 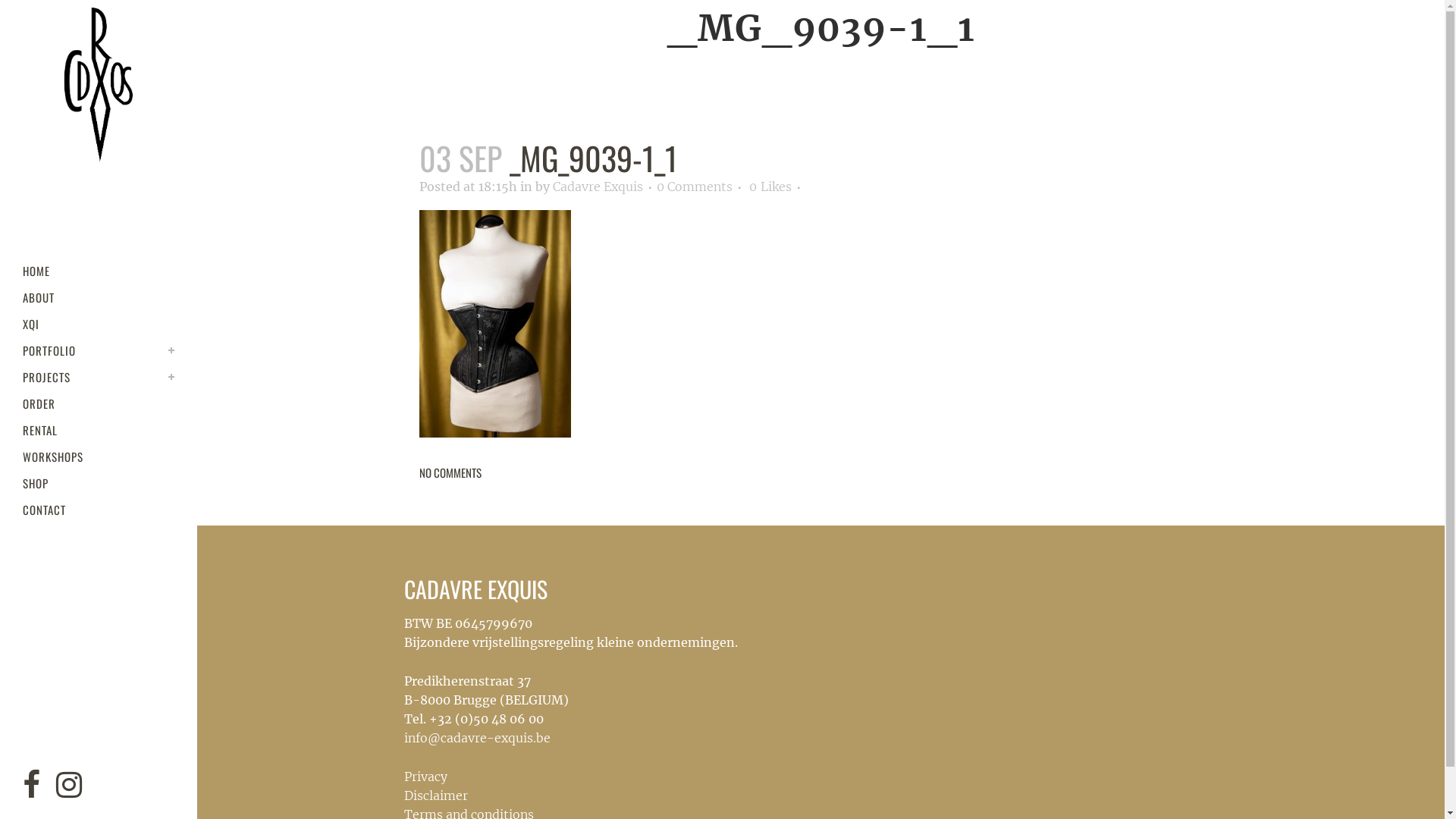 What do you see at coordinates (97, 323) in the screenshot?
I see `'XQI'` at bounding box center [97, 323].